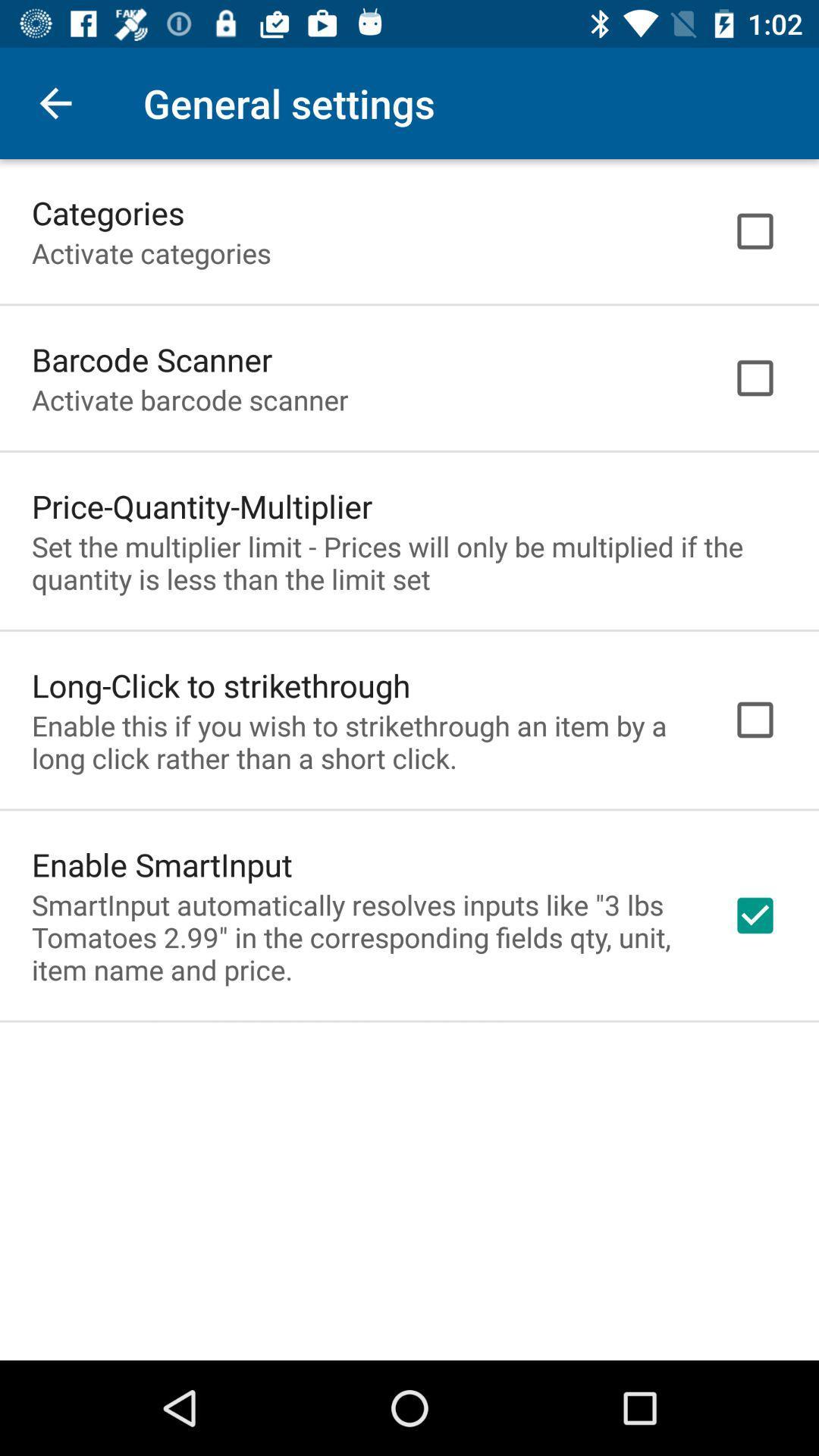 This screenshot has width=819, height=1456. What do you see at coordinates (55, 102) in the screenshot?
I see `icon to the left of the general settings` at bounding box center [55, 102].